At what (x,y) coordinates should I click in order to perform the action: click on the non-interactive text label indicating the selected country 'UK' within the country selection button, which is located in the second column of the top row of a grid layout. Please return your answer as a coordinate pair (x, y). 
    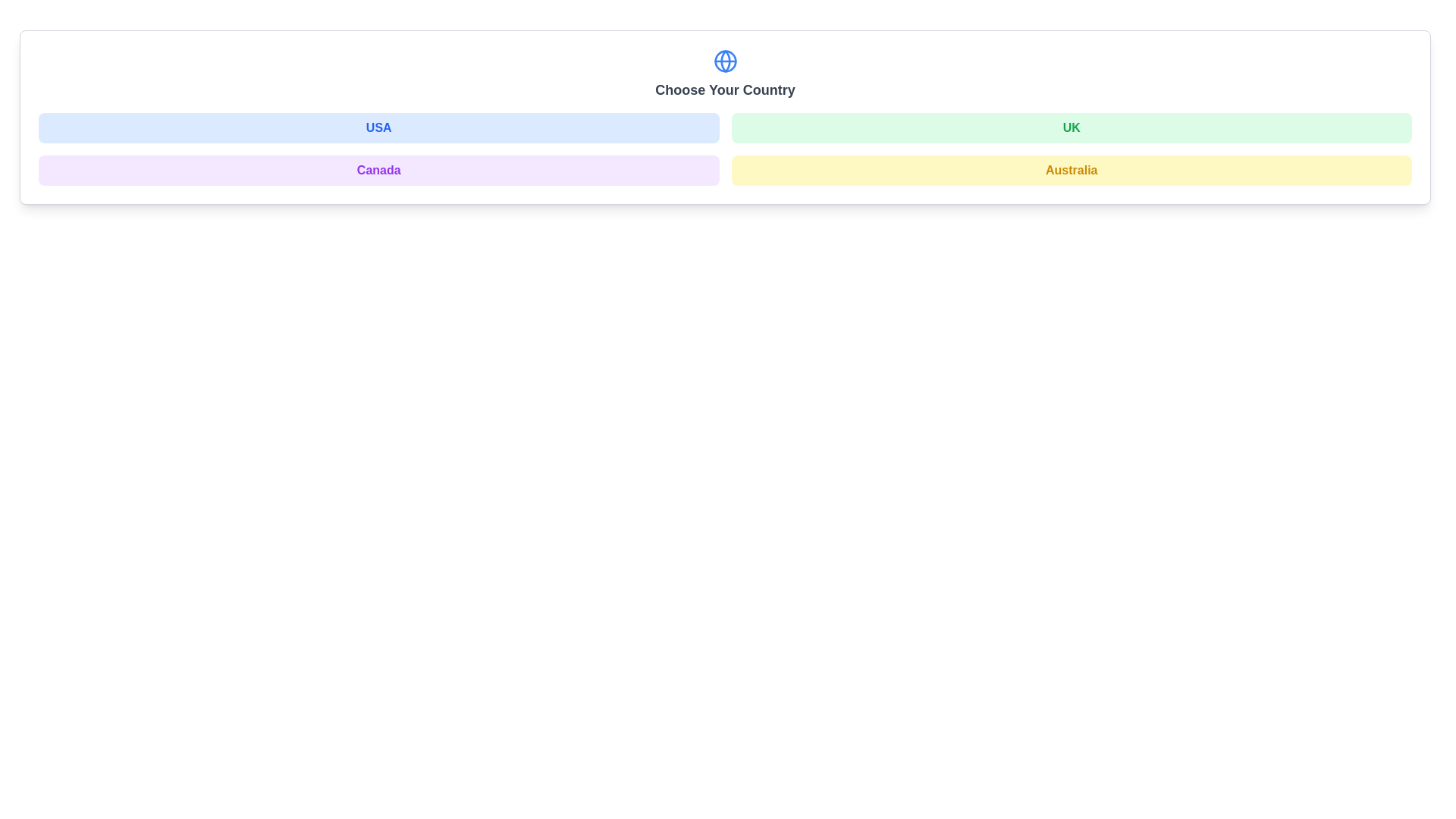
    Looking at the image, I should click on (1071, 127).